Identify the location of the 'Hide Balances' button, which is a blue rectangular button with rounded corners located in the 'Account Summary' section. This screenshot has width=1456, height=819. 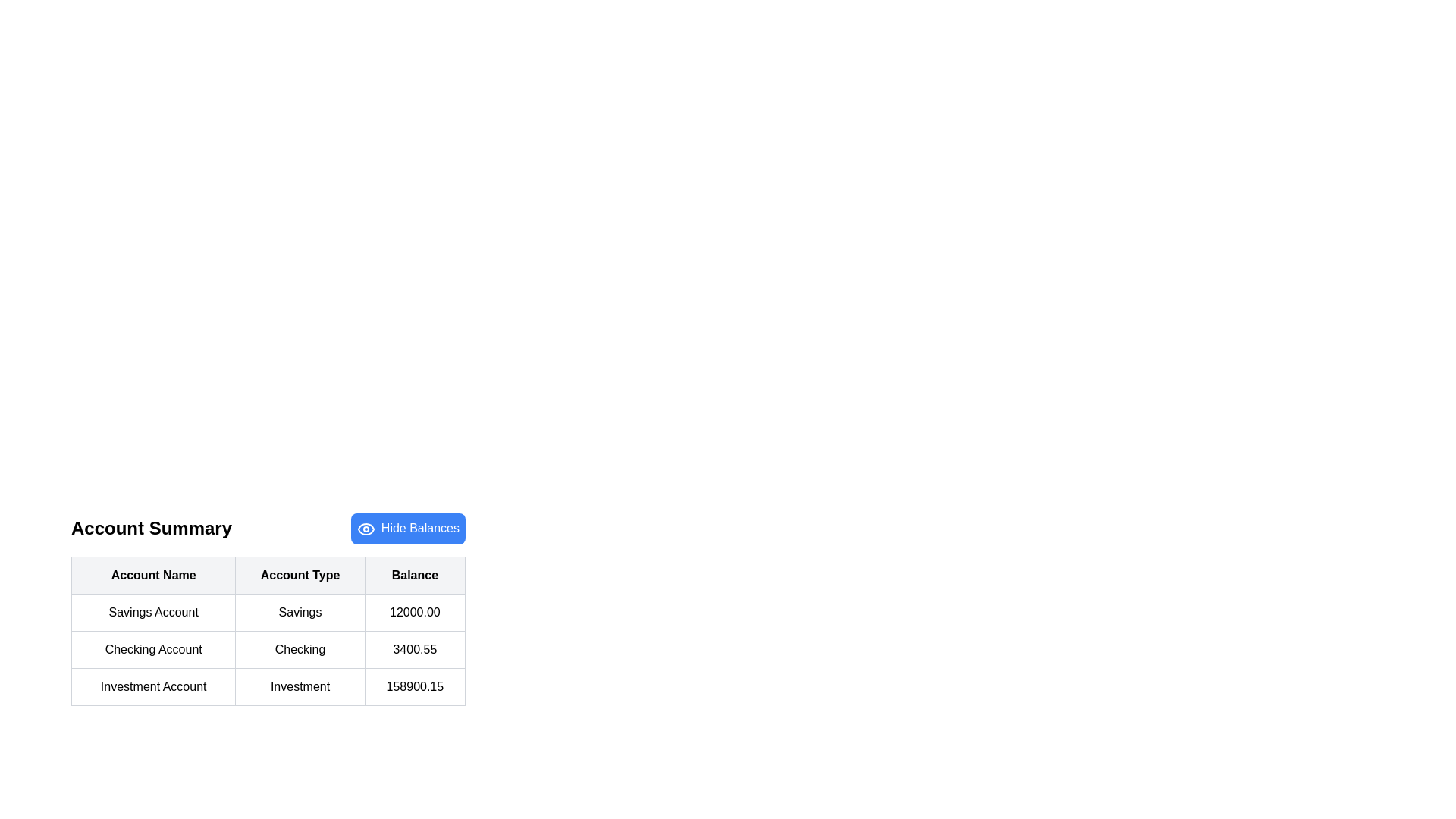
(408, 528).